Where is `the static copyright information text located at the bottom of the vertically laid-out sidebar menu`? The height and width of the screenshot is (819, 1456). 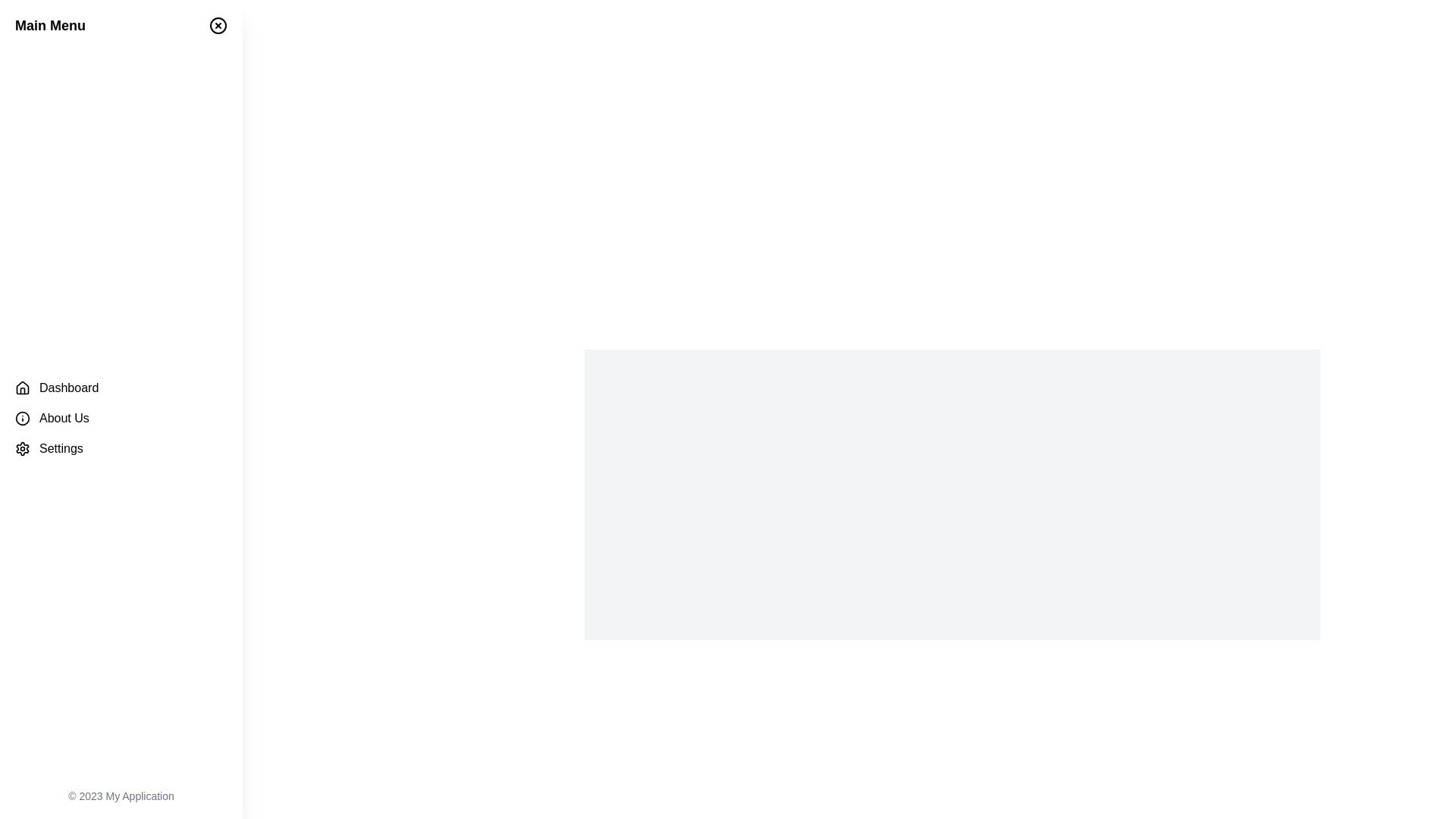 the static copyright information text located at the bottom of the vertically laid-out sidebar menu is located at coordinates (120, 795).